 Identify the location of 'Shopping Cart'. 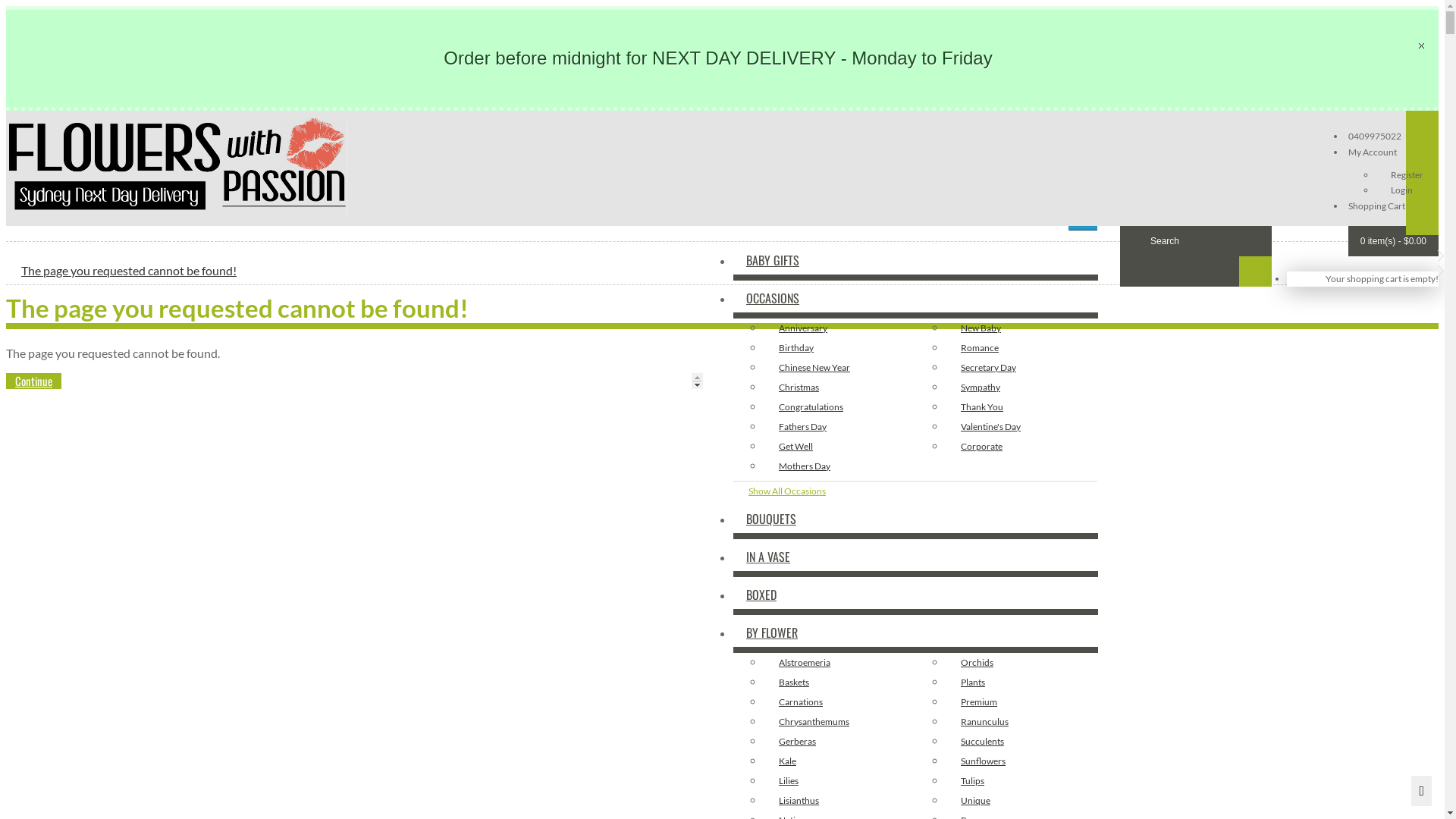
(1375, 206).